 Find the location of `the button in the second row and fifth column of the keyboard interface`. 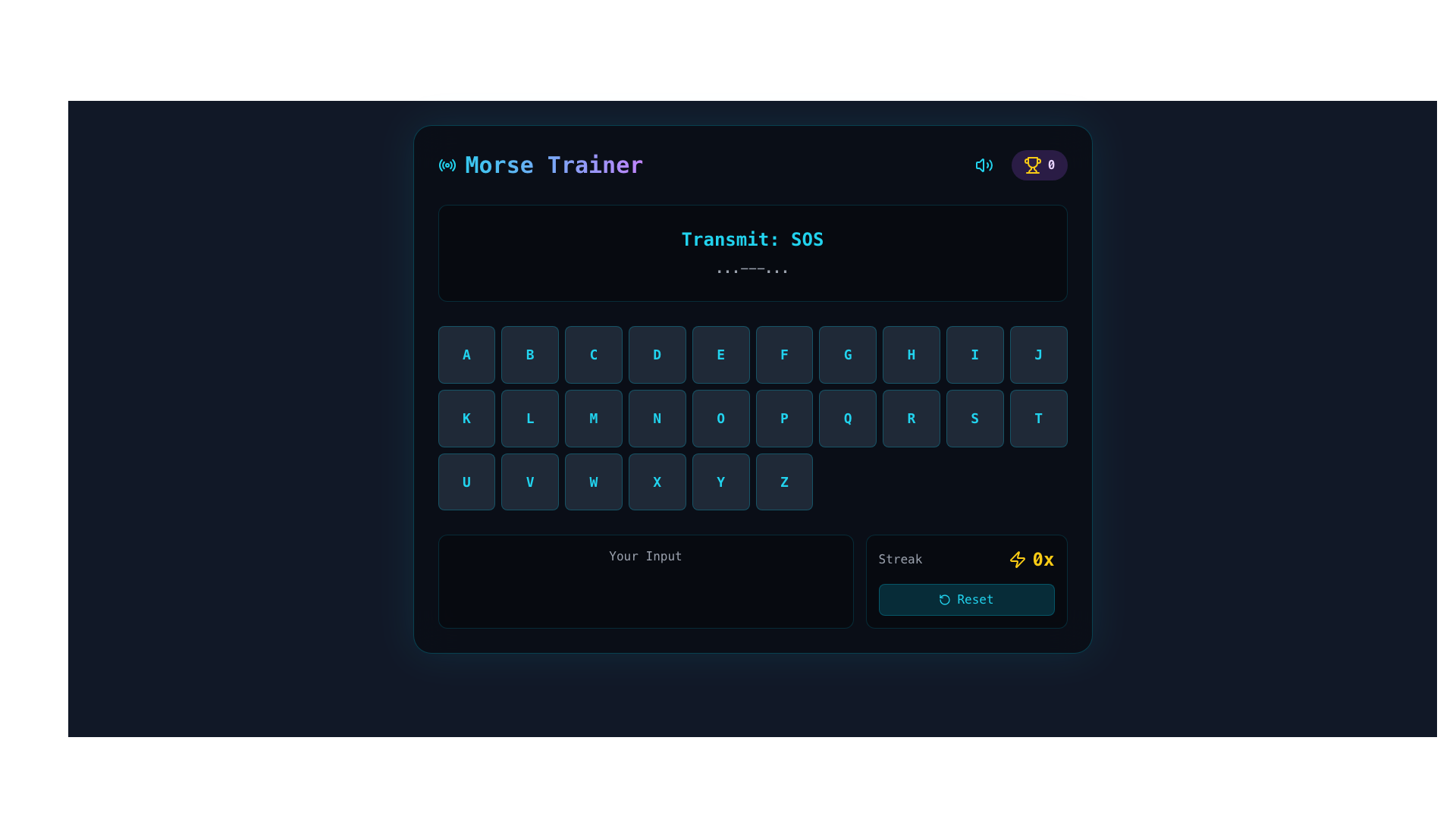

the button in the second row and fifth column of the keyboard interface is located at coordinates (910, 418).